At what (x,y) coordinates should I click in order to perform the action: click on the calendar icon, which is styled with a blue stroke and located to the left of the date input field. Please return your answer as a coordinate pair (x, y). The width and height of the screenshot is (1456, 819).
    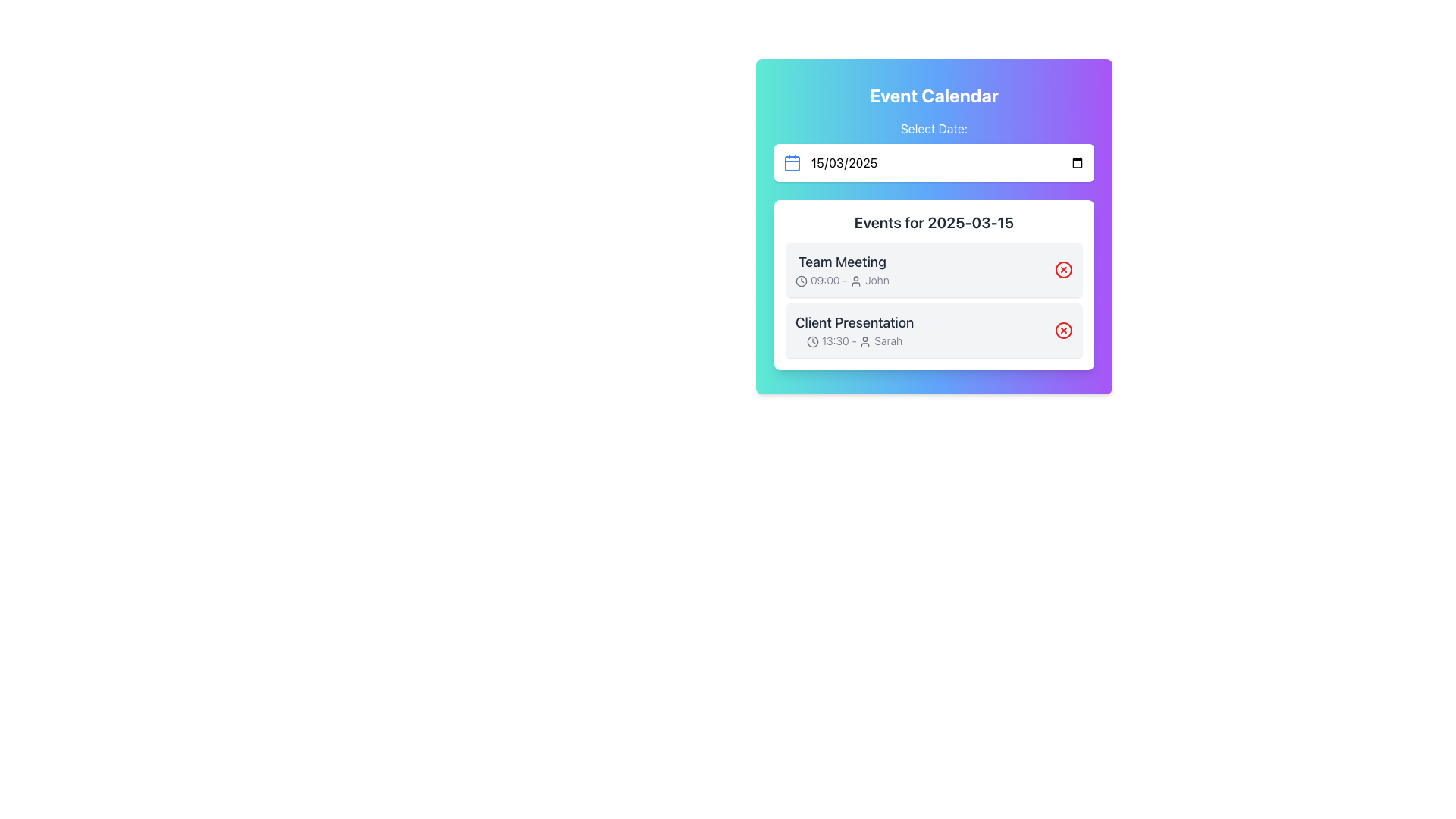
    Looking at the image, I should click on (792, 163).